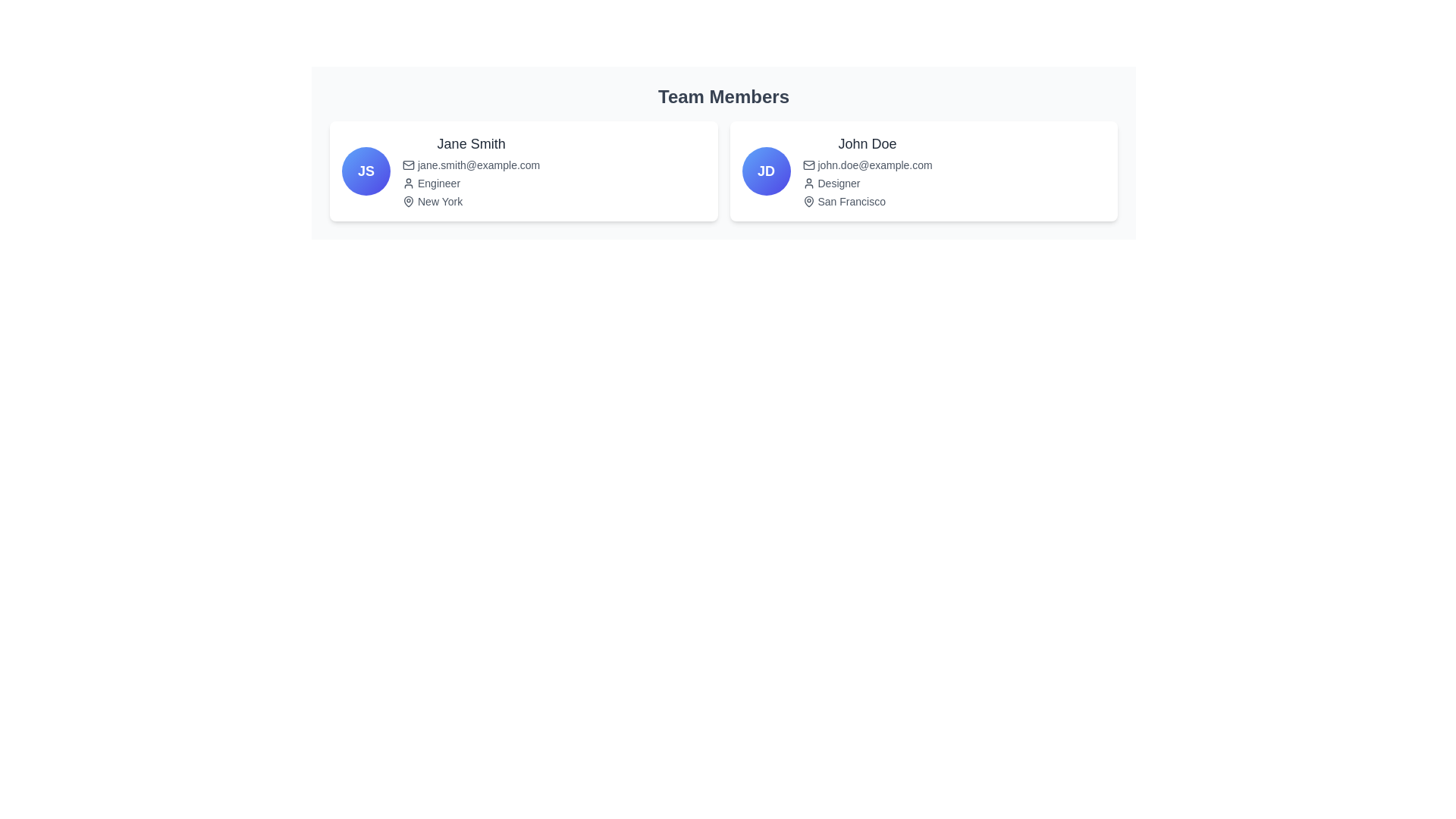  What do you see at coordinates (808, 201) in the screenshot?
I see `the geographical location icon representing 'San Francisco' in the bottom right region of the second profile card for 'John Doe' in the 'Team Members' section` at bounding box center [808, 201].